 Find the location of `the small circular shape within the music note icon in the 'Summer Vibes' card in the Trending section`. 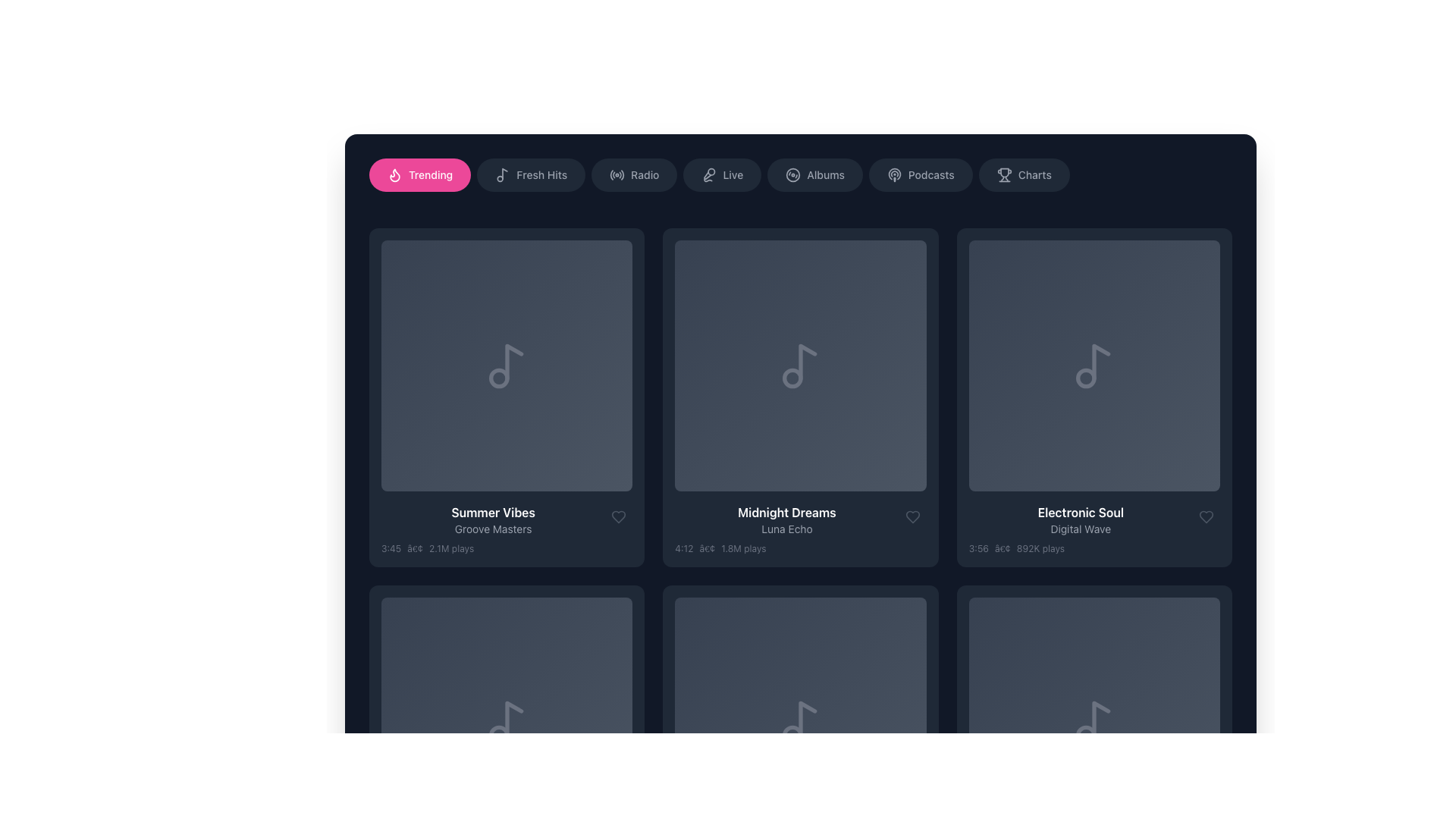

the small circular shape within the music note icon in the 'Summer Vibes' card in the Trending section is located at coordinates (498, 377).